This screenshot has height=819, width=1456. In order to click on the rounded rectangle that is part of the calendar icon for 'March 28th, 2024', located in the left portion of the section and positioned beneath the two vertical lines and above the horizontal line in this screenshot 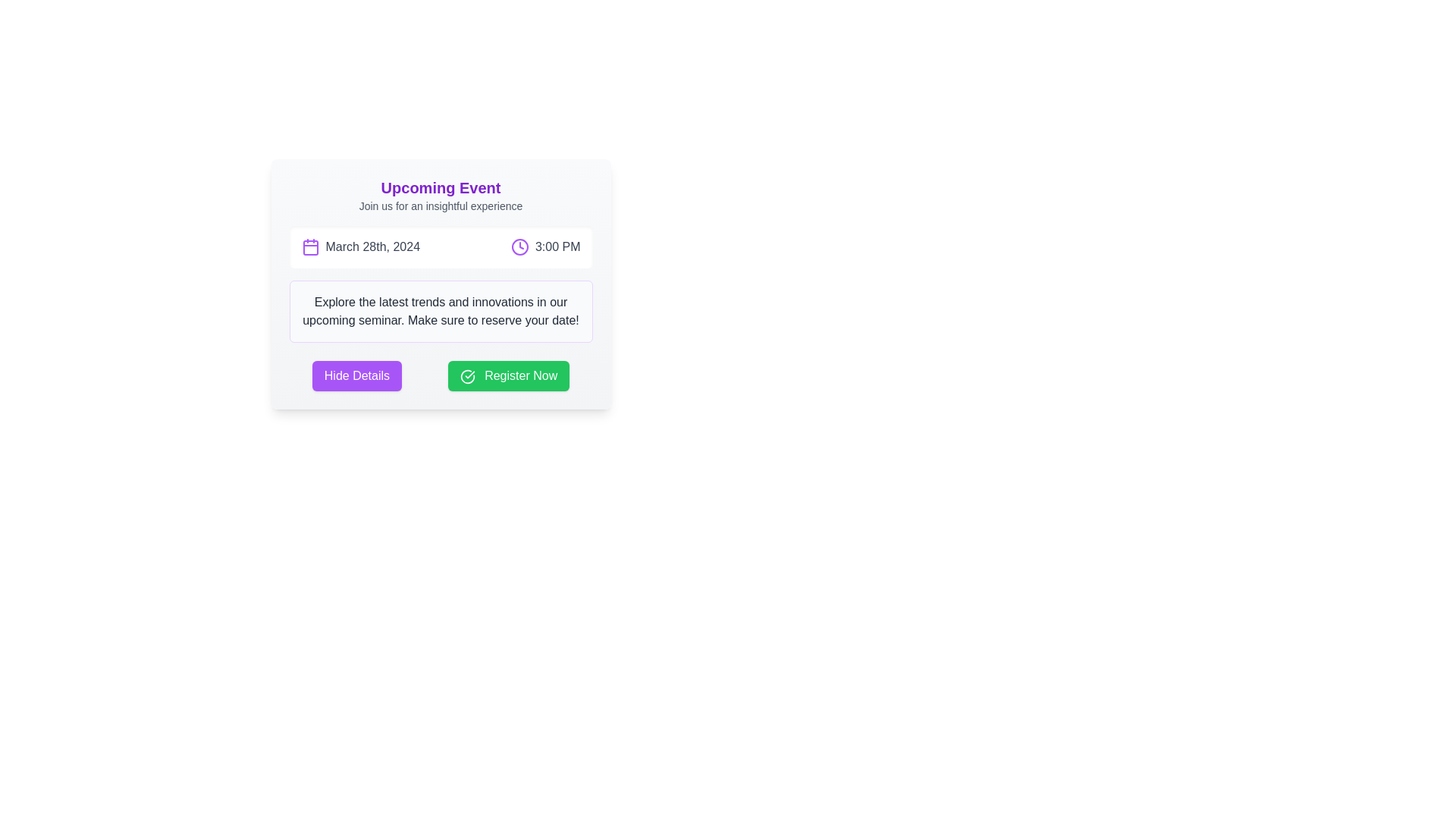, I will do `click(309, 247)`.